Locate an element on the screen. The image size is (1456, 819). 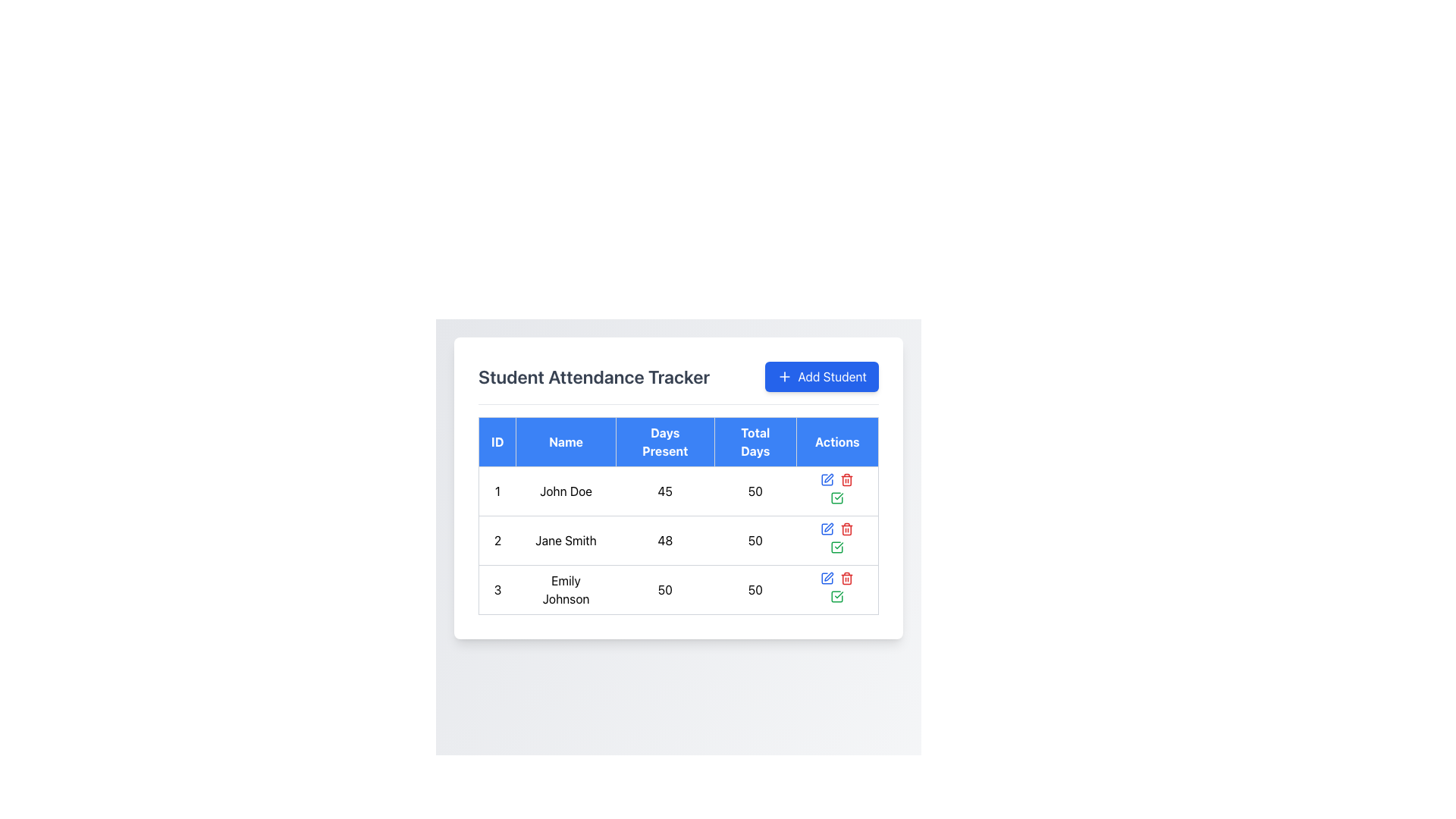
the small plus sign icon located inside the blue 'Add Student' button, which is labeled with white text is located at coordinates (784, 376).